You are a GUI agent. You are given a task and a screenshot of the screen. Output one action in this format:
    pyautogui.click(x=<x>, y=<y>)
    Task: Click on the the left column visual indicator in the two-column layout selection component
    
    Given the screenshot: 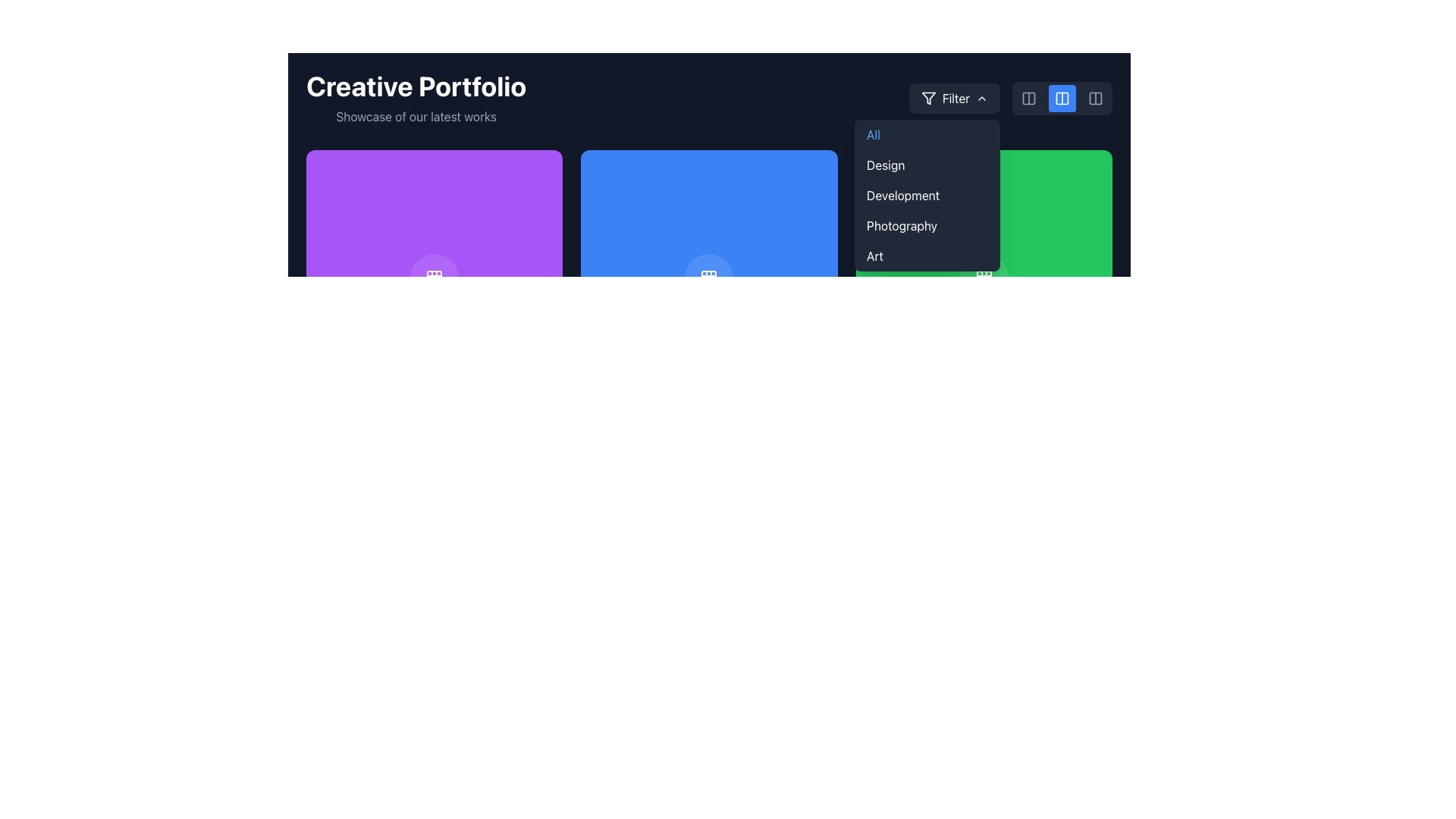 What is the action you would take?
    pyautogui.click(x=1062, y=99)
    